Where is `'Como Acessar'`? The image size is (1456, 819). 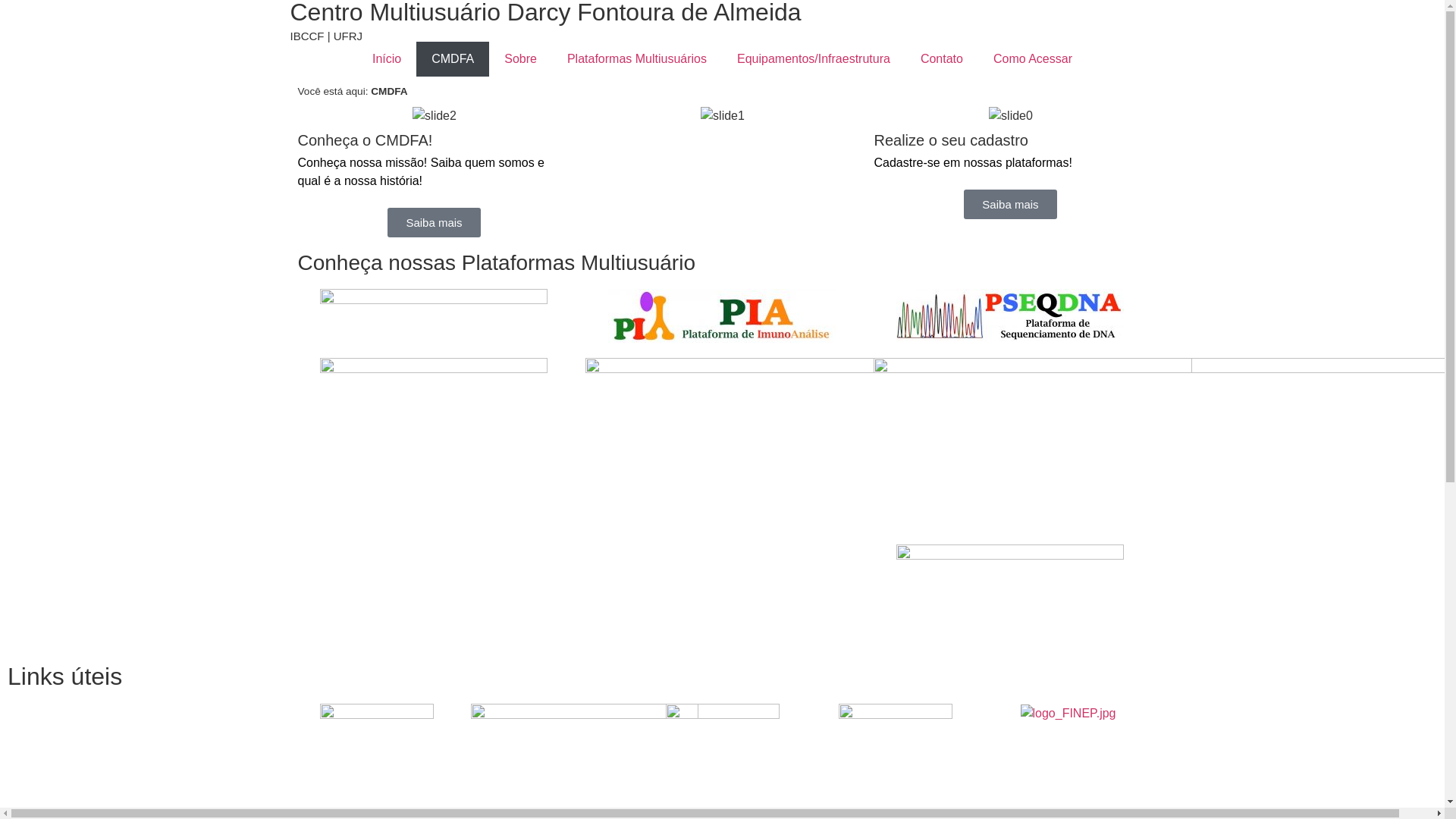
'Como Acessar' is located at coordinates (1032, 58).